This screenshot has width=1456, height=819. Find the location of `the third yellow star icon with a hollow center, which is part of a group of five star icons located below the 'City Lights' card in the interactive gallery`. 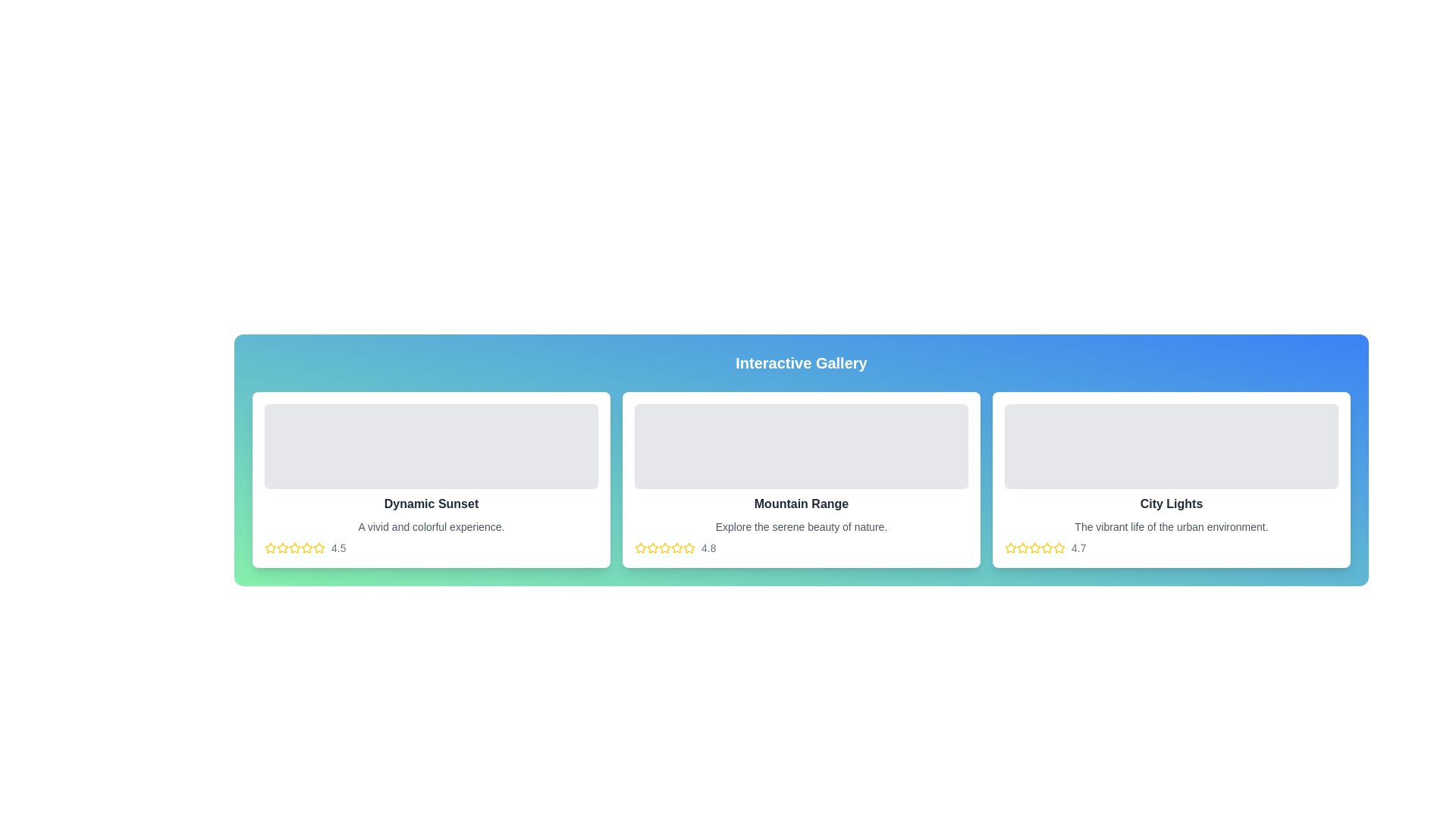

the third yellow star icon with a hollow center, which is part of a group of five star icons located below the 'City Lights' card in the interactive gallery is located at coordinates (1022, 548).